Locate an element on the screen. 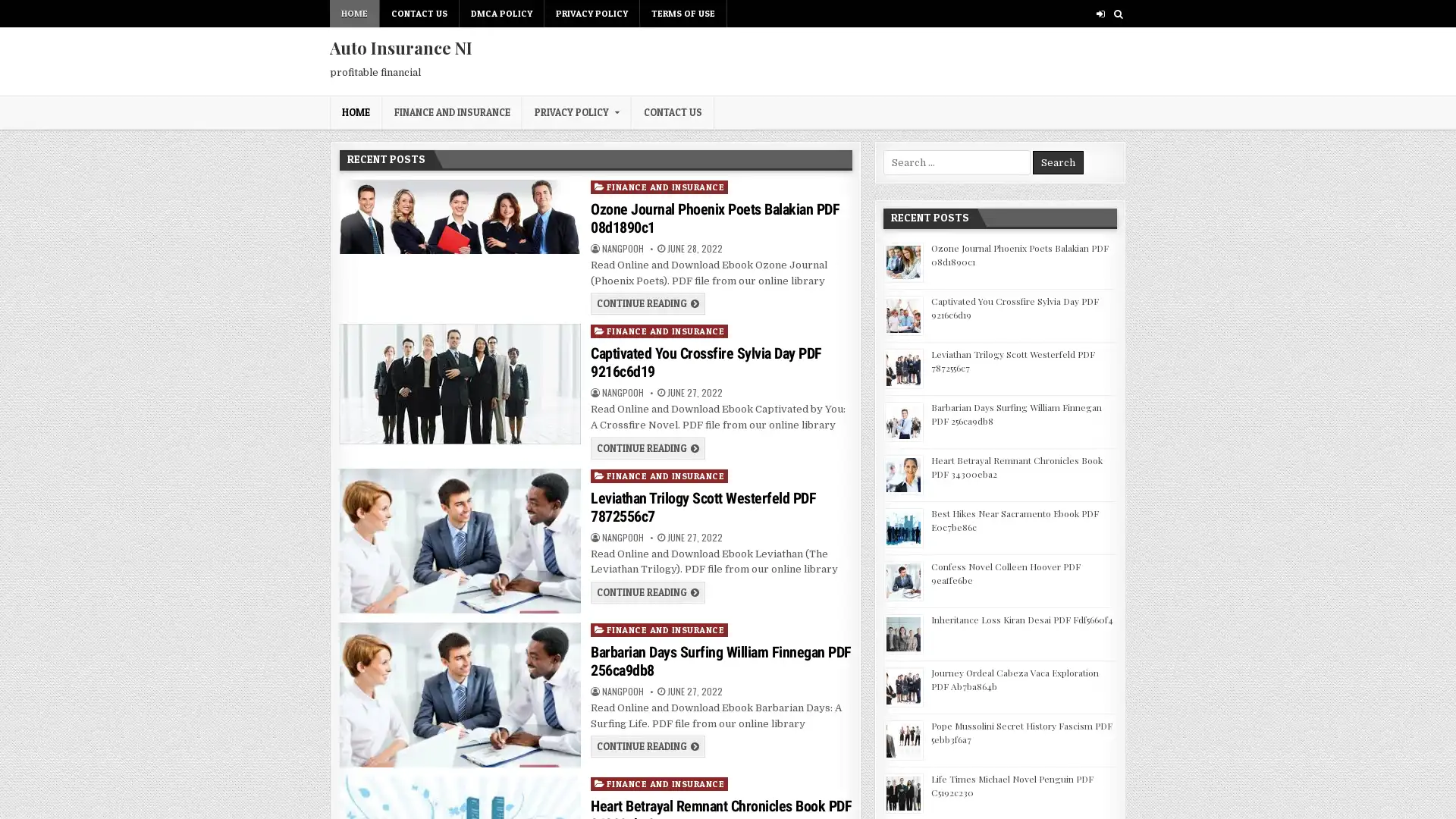 This screenshot has height=819, width=1456. Search is located at coordinates (1057, 162).